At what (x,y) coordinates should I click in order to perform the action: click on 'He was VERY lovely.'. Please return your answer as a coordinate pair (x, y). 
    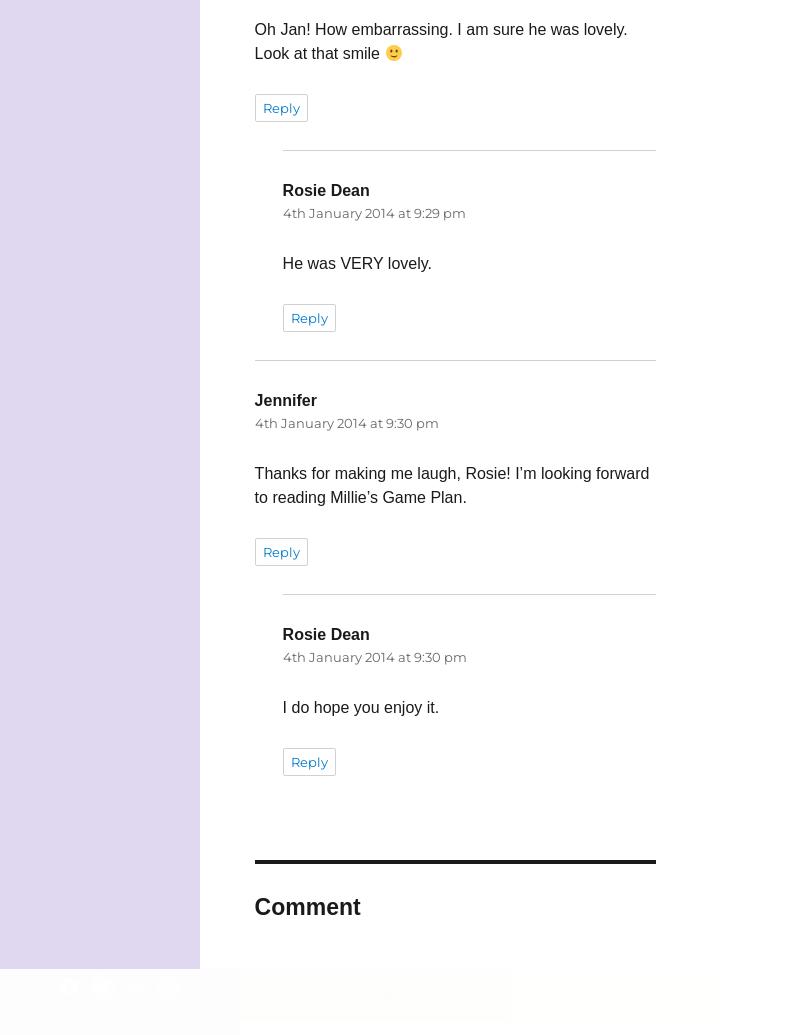
    Looking at the image, I should click on (357, 263).